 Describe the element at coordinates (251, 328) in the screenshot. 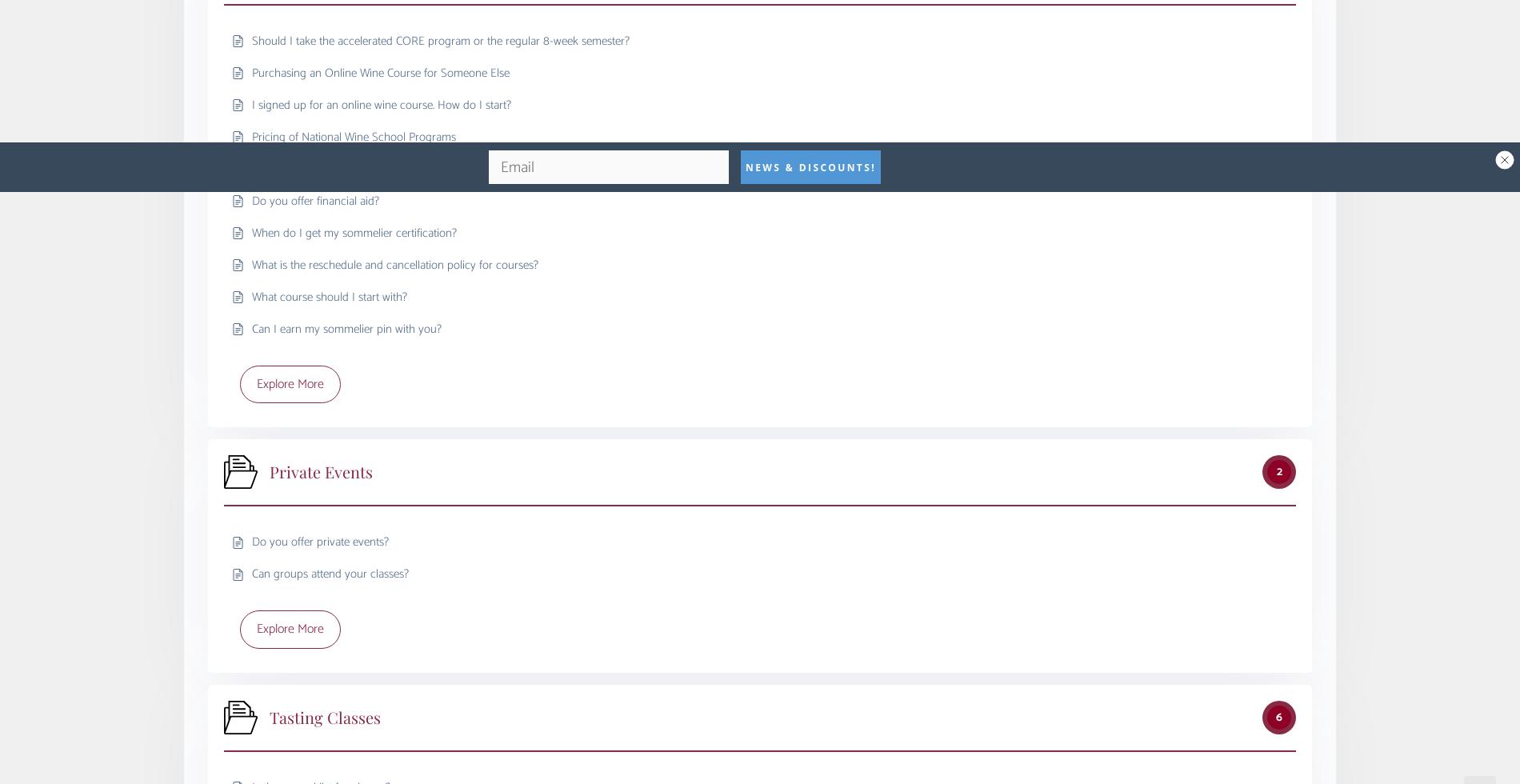

I see `'Can I earn my sommelier pin with you?'` at that location.